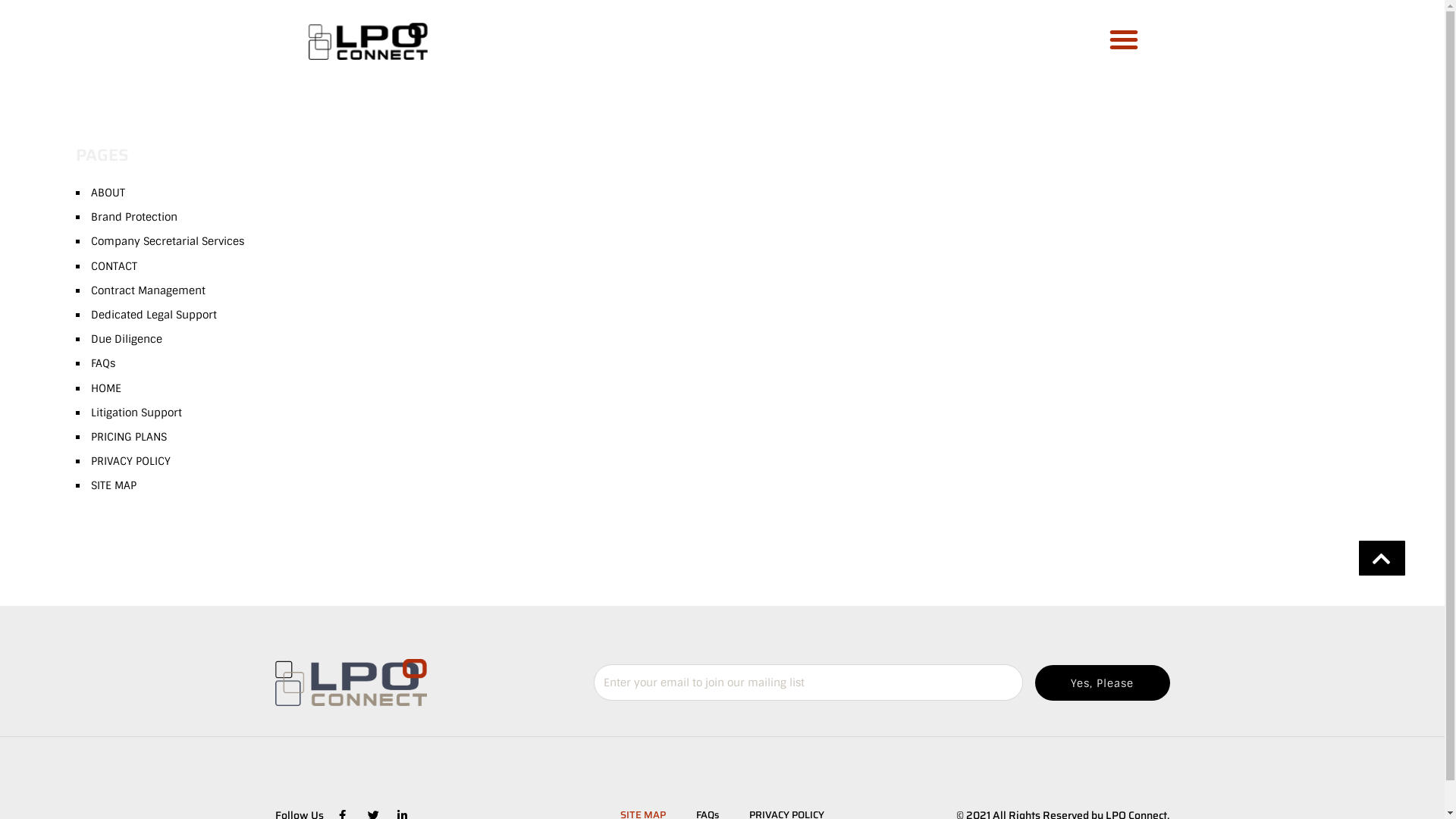 The image size is (1456, 819). Describe the element at coordinates (90, 386) in the screenshot. I see `'HOME'` at that location.